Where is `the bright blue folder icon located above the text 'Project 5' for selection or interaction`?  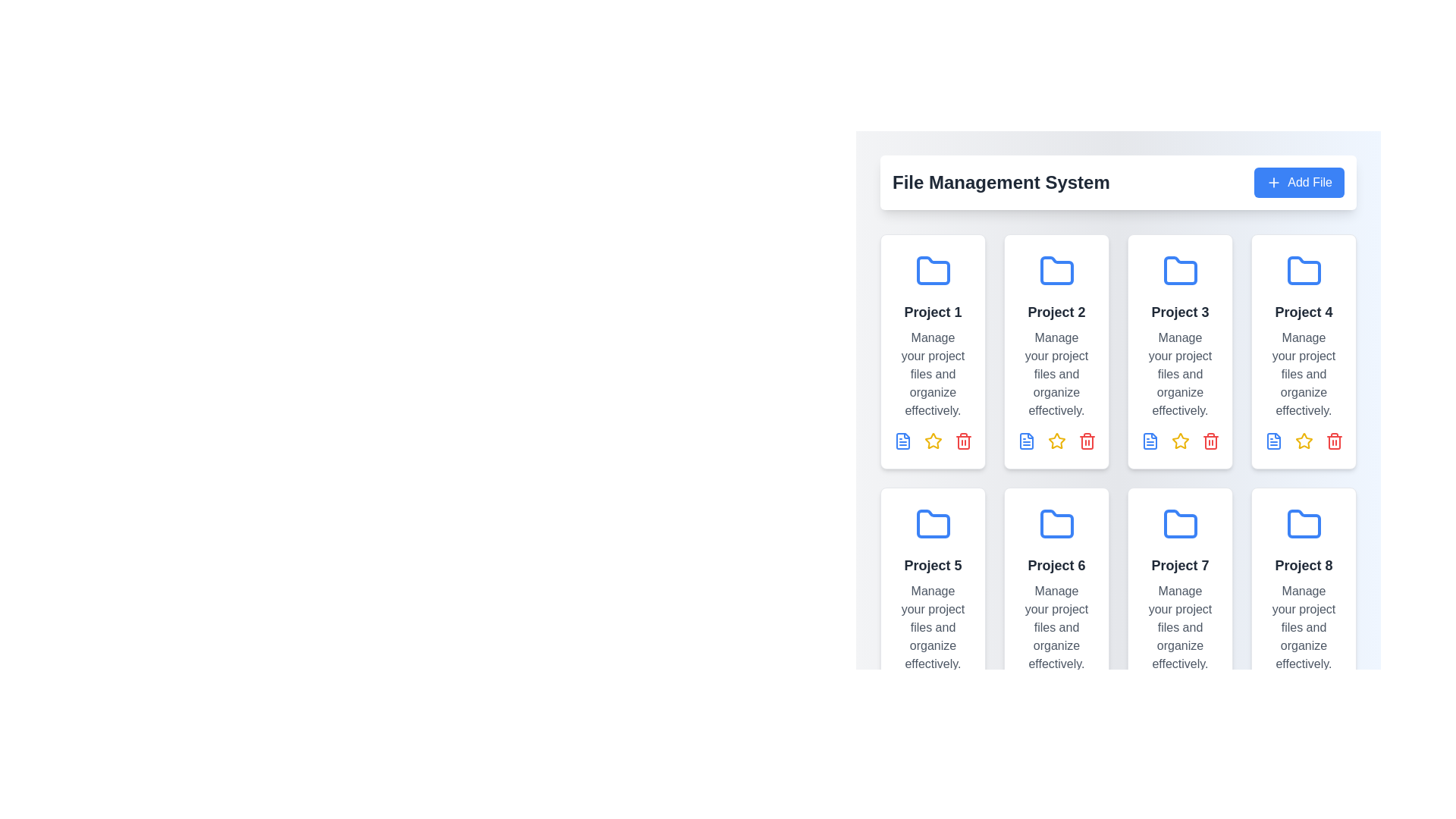 the bright blue folder icon located above the text 'Project 5' for selection or interaction is located at coordinates (932, 523).